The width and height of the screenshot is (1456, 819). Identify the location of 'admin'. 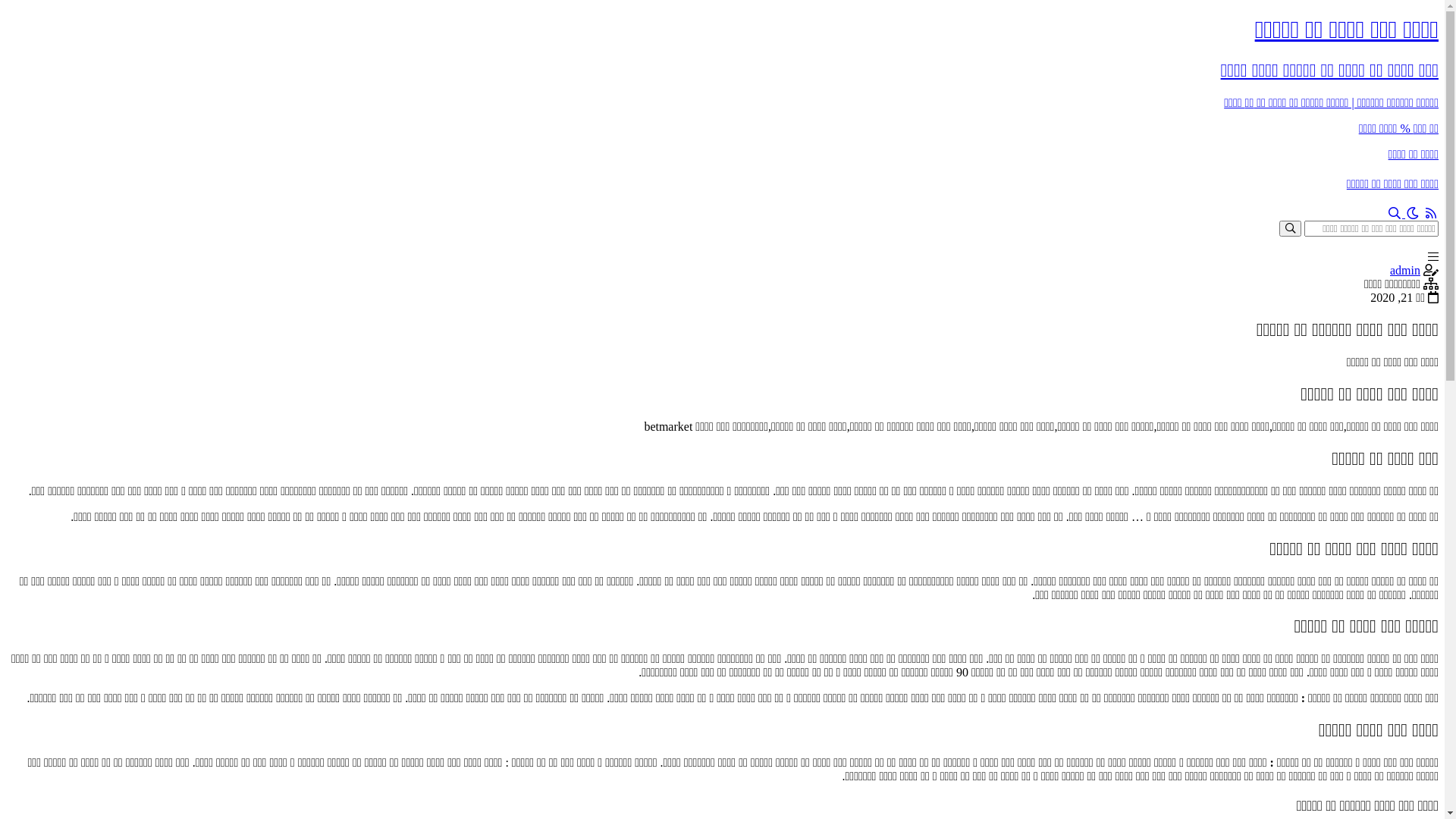
(1404, 269).